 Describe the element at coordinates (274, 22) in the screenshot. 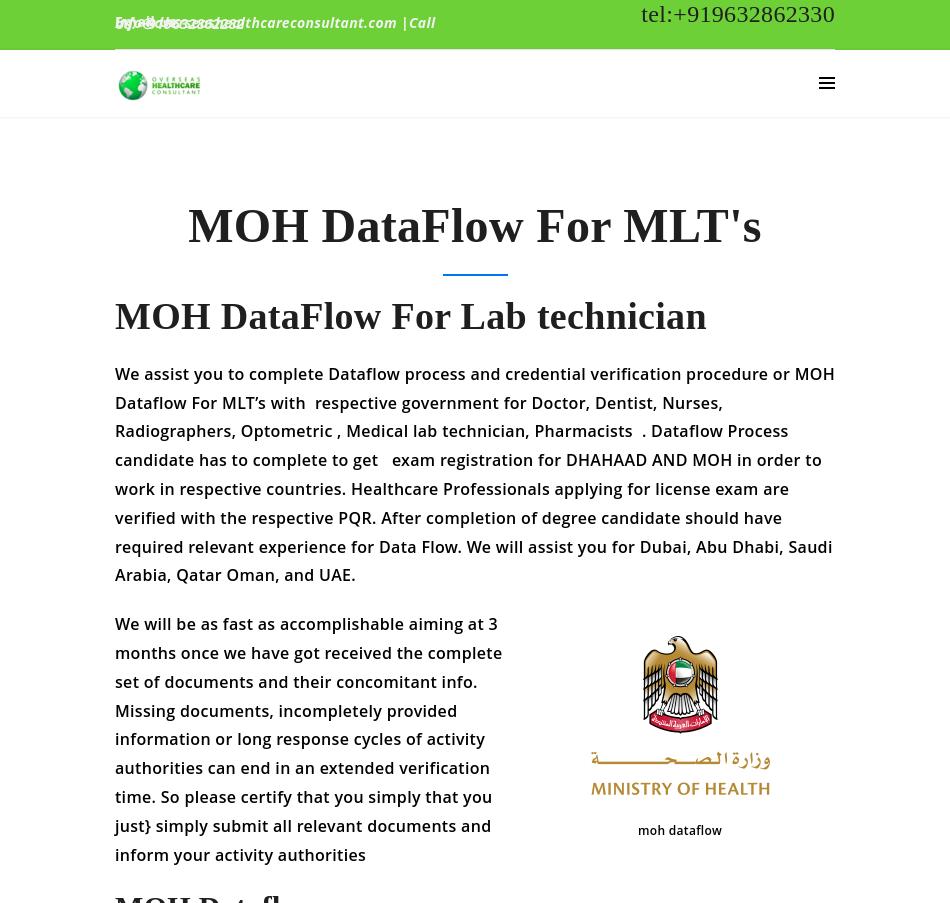

I see `'|Call Us:'` at that location.